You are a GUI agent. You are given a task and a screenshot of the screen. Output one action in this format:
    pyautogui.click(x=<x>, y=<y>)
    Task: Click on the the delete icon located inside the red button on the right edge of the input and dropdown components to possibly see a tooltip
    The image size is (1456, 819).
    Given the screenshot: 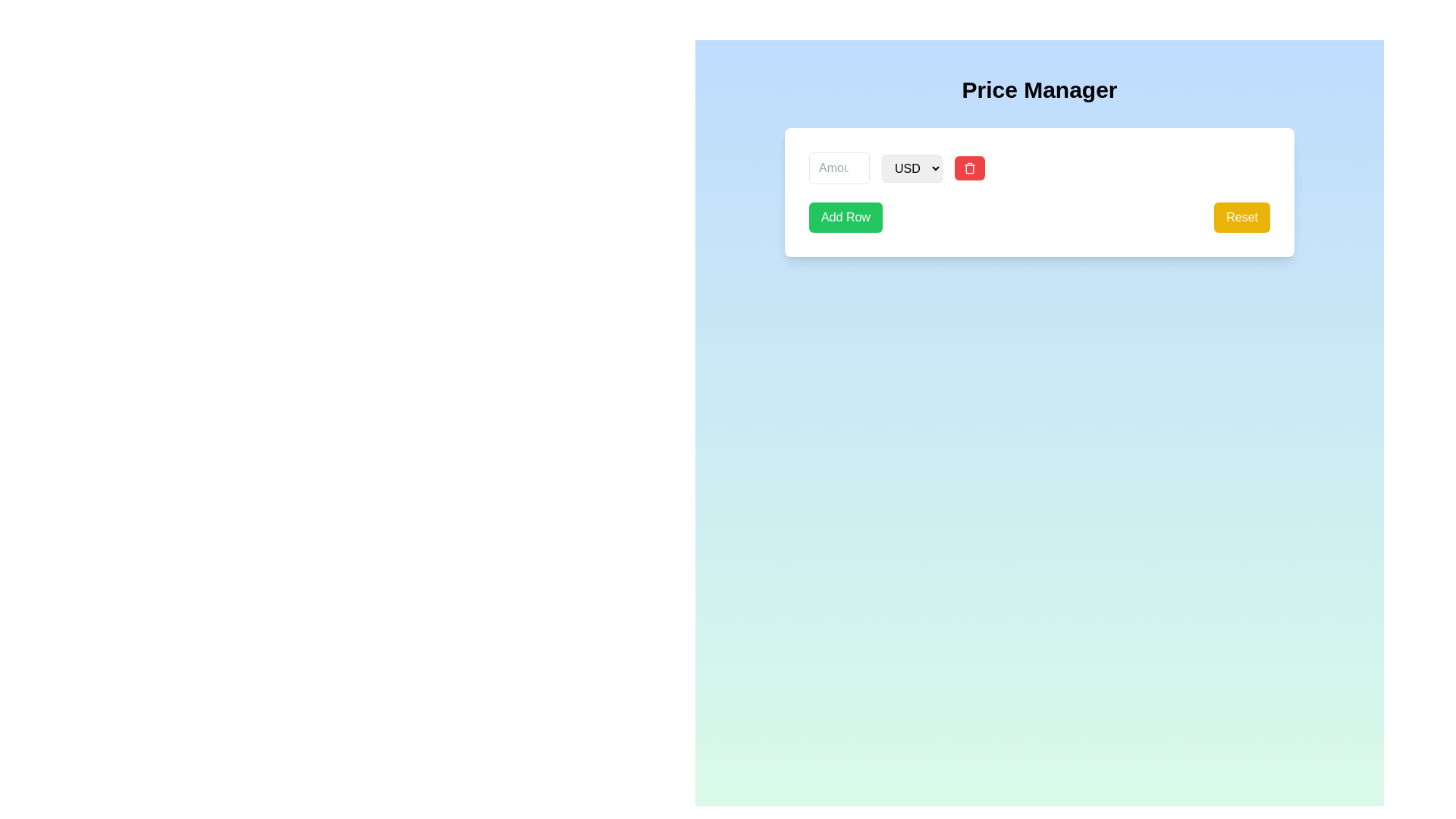 What is the action you would take?
    pyautogui.click(x=968, y=168)
    